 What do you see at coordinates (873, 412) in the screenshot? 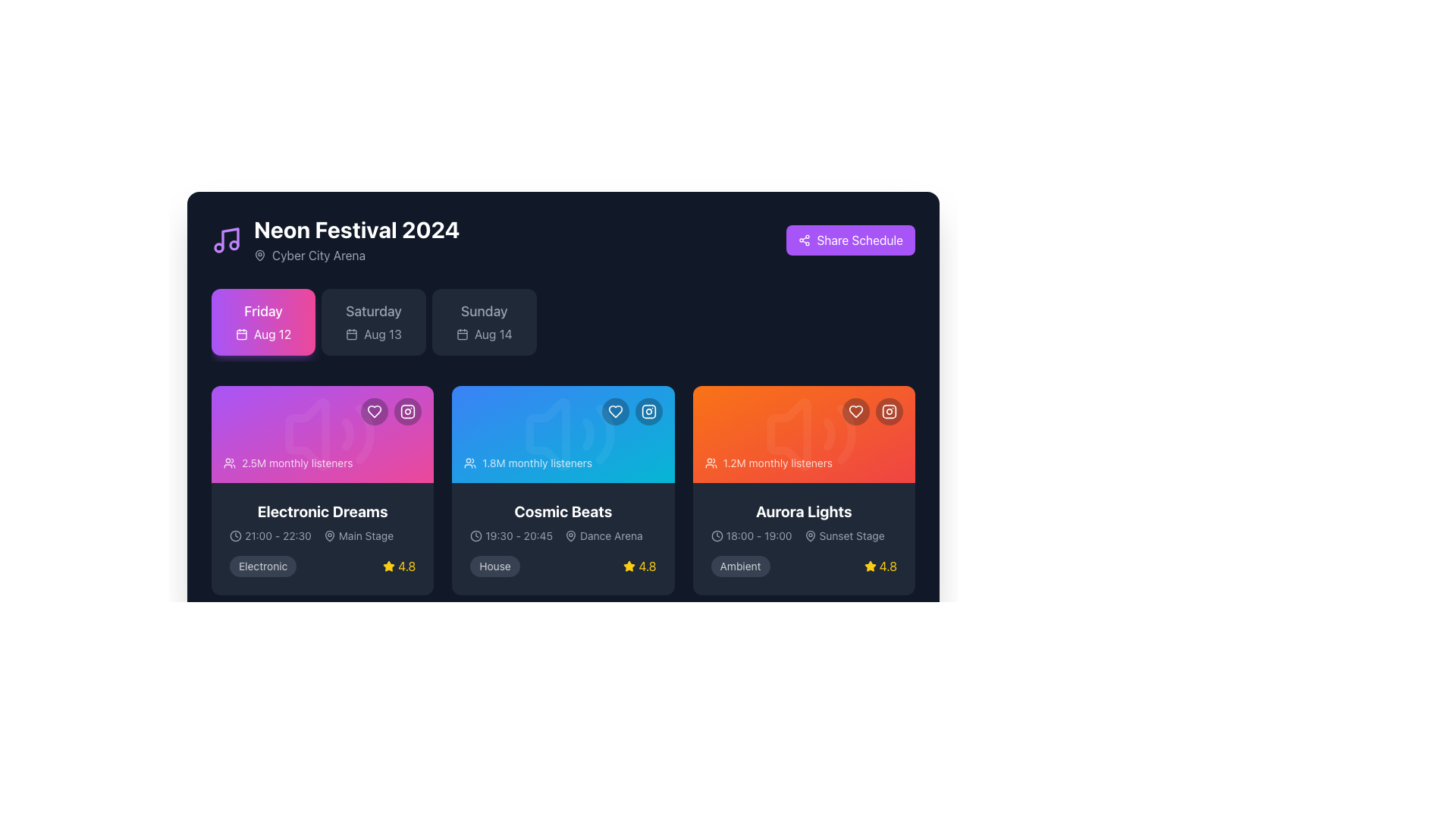
I see `the heart icon button in the interactive buttons located at the top-right corner of the orange gradient card labeled '1.2M monthly listeners'` at bounding box center [873, 412].